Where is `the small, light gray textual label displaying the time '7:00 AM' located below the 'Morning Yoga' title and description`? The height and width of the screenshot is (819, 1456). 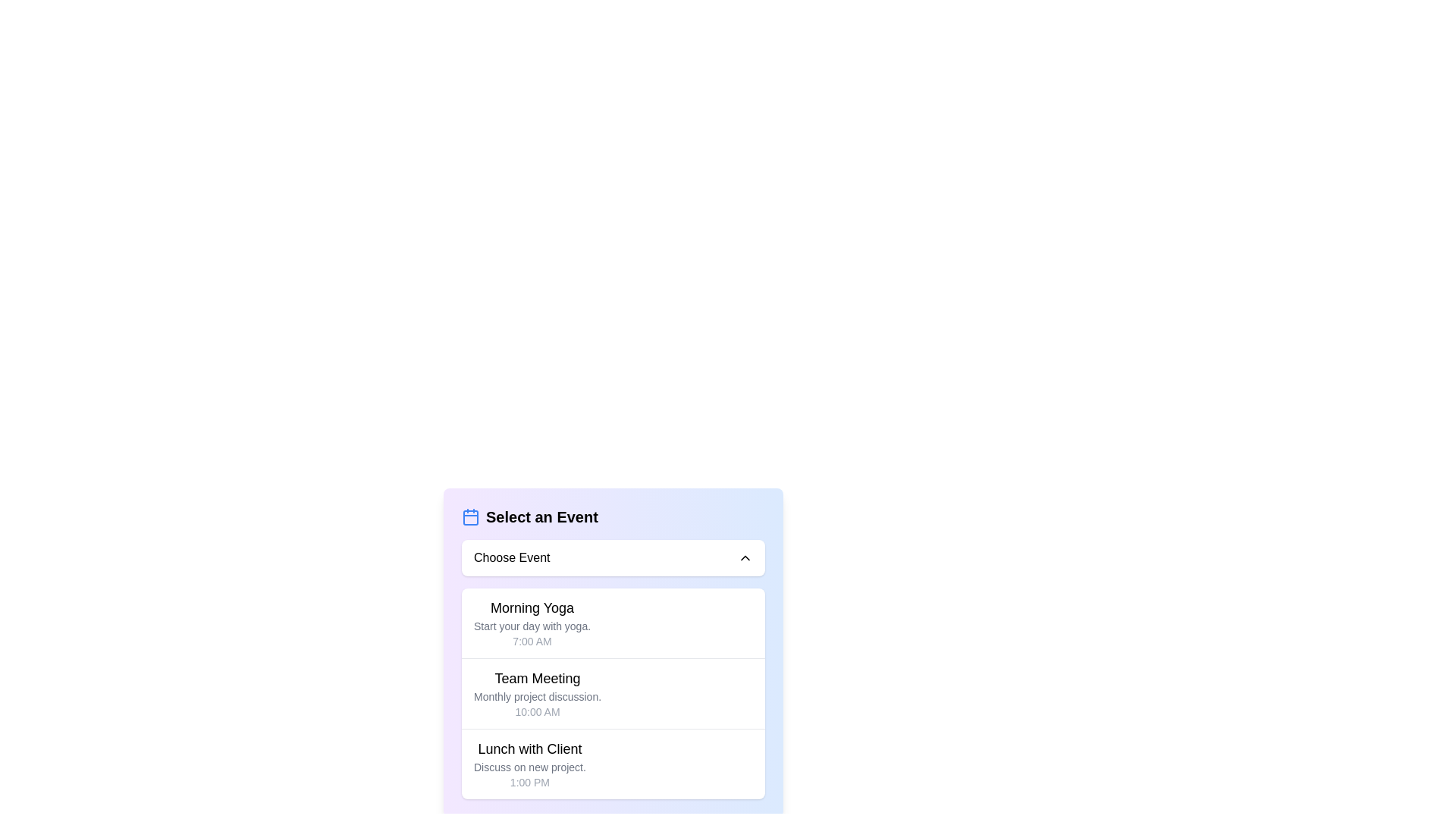
the small, light gray textual label displaying the time '7:00 AM' located below the 'Morning Yoga' title and description is located at coordinates (532, 641).